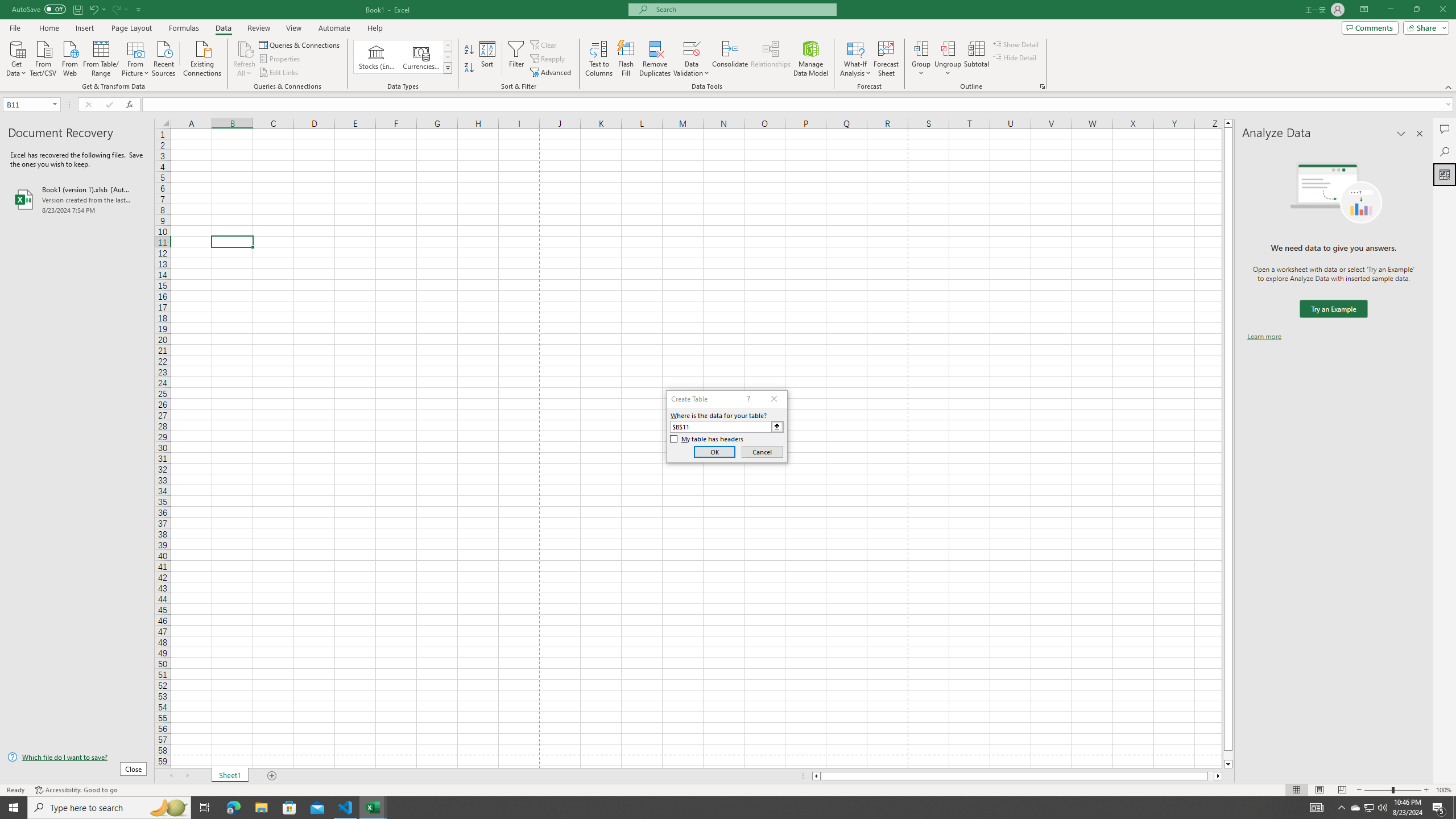 This screenshot has height=819, width=1456. Describe the element at coordinates (448, 56) in the screenshot. I see `'Row Down'` at that location.